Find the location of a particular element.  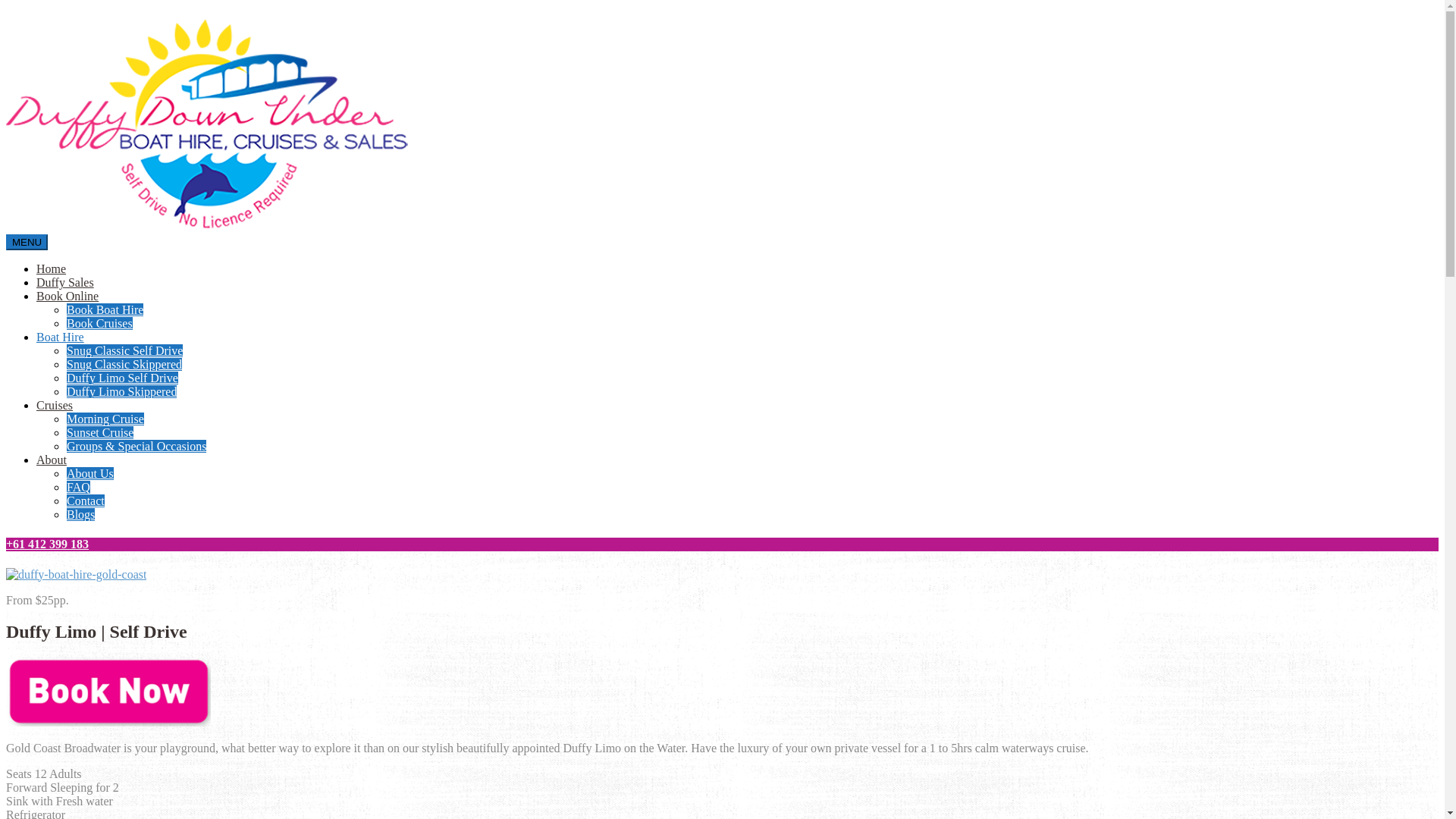

'Boat Hire' is located at coordinates (36, 336).